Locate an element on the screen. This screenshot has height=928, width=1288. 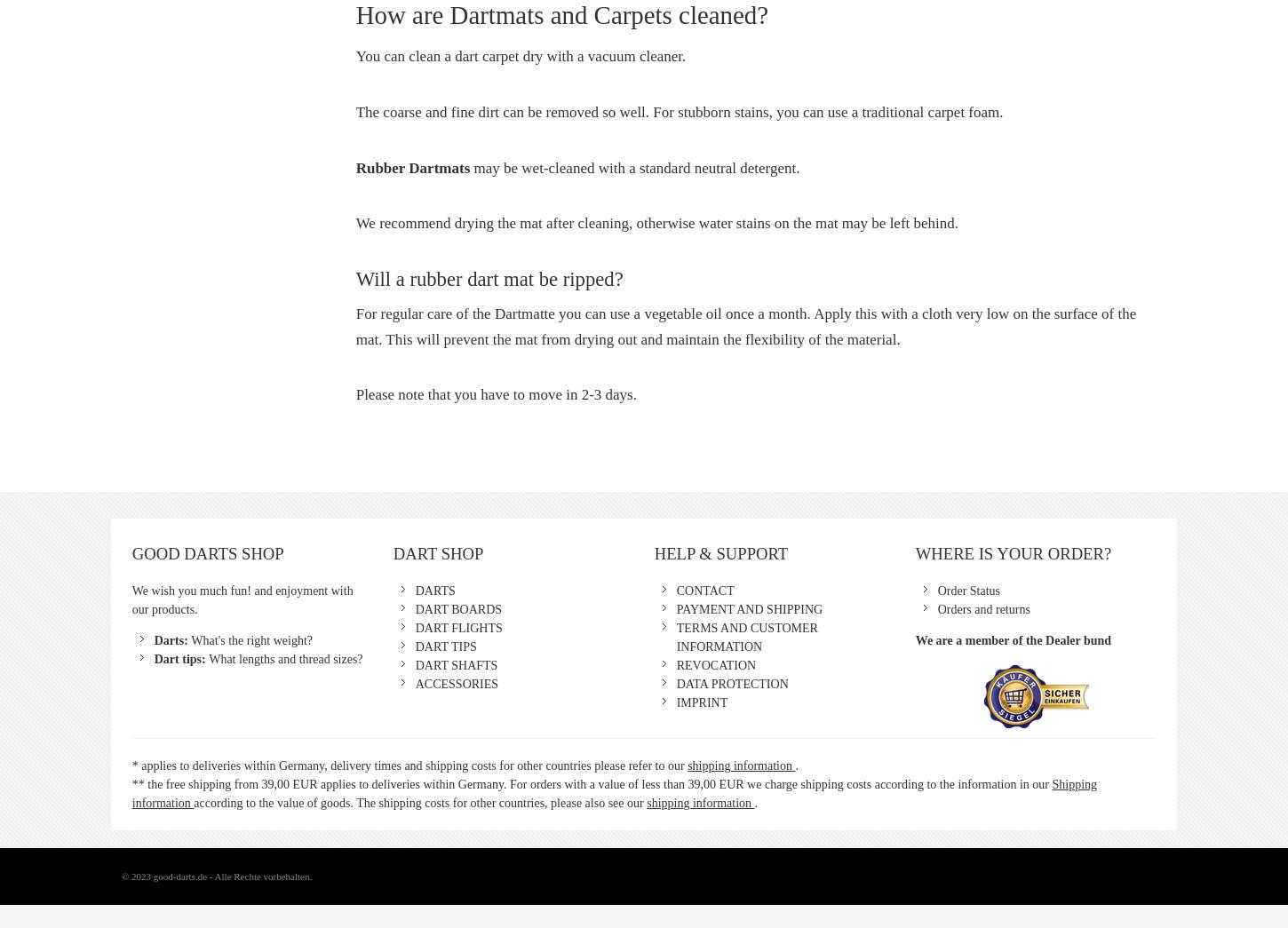
'Darts:' is located at coordinates (171, 639).